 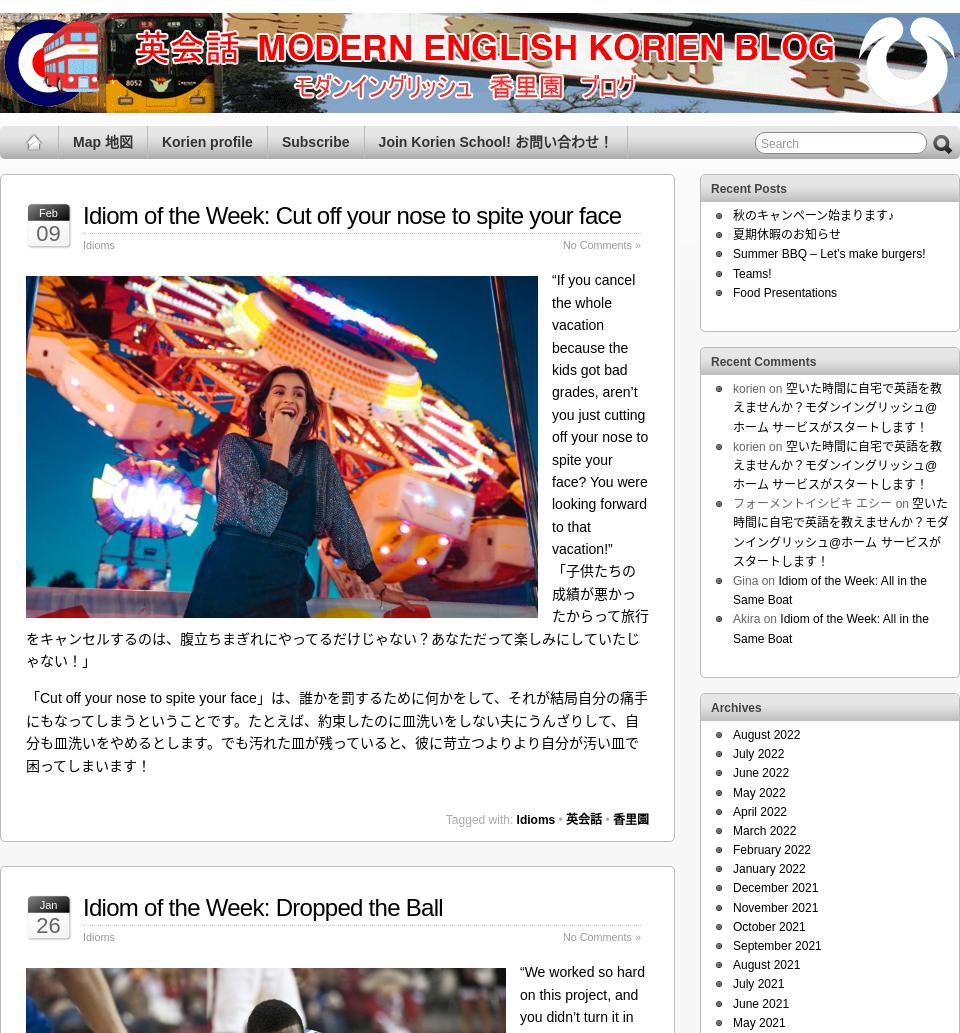 What do you see at coordinates (731, 1002) in the screenshot?
I see `'June 2021'` at bounding box center [731, 1002].